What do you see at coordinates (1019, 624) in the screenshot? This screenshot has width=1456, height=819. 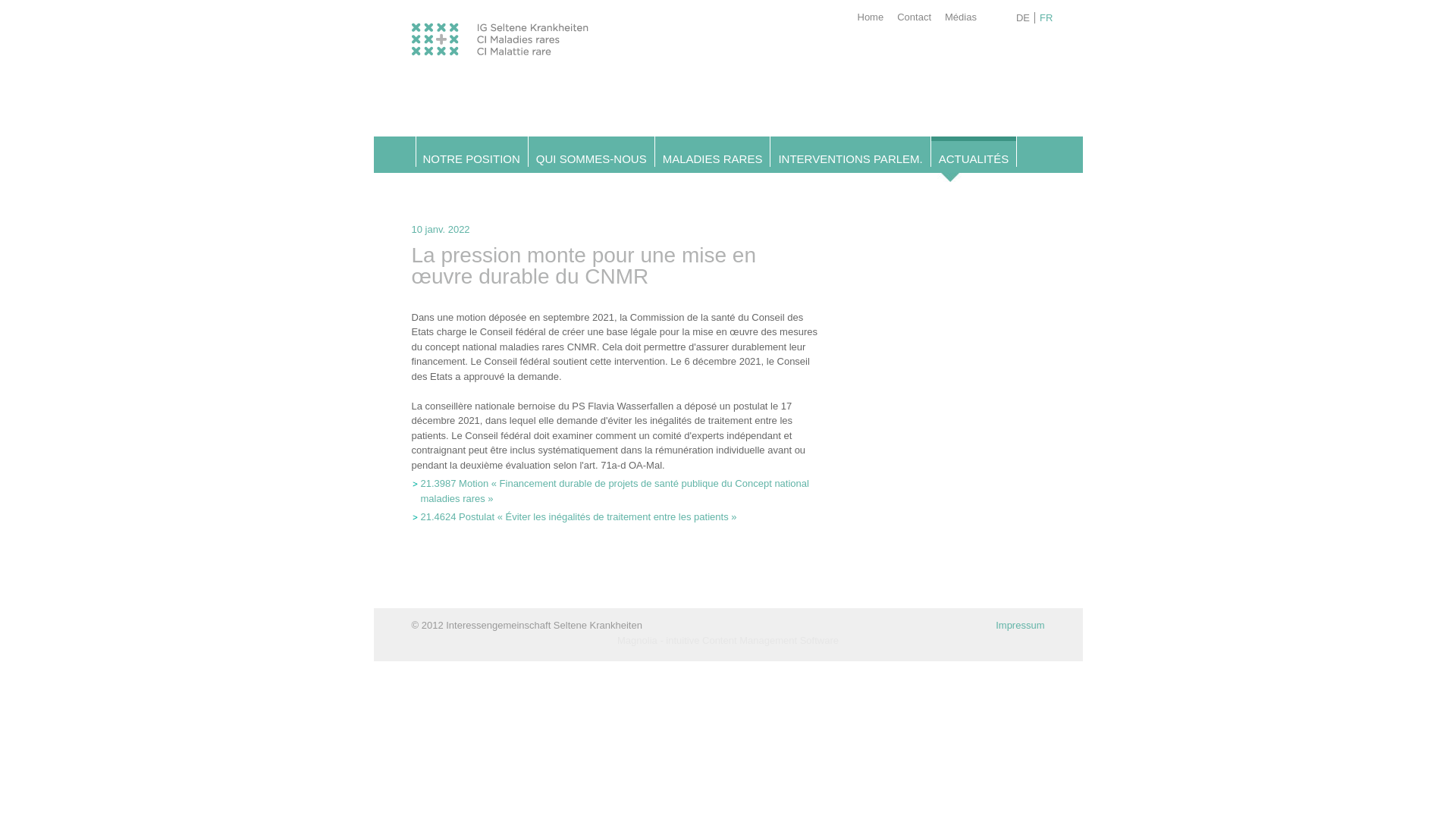 I see `'Impressum'` at bounding box center [1019, 624].